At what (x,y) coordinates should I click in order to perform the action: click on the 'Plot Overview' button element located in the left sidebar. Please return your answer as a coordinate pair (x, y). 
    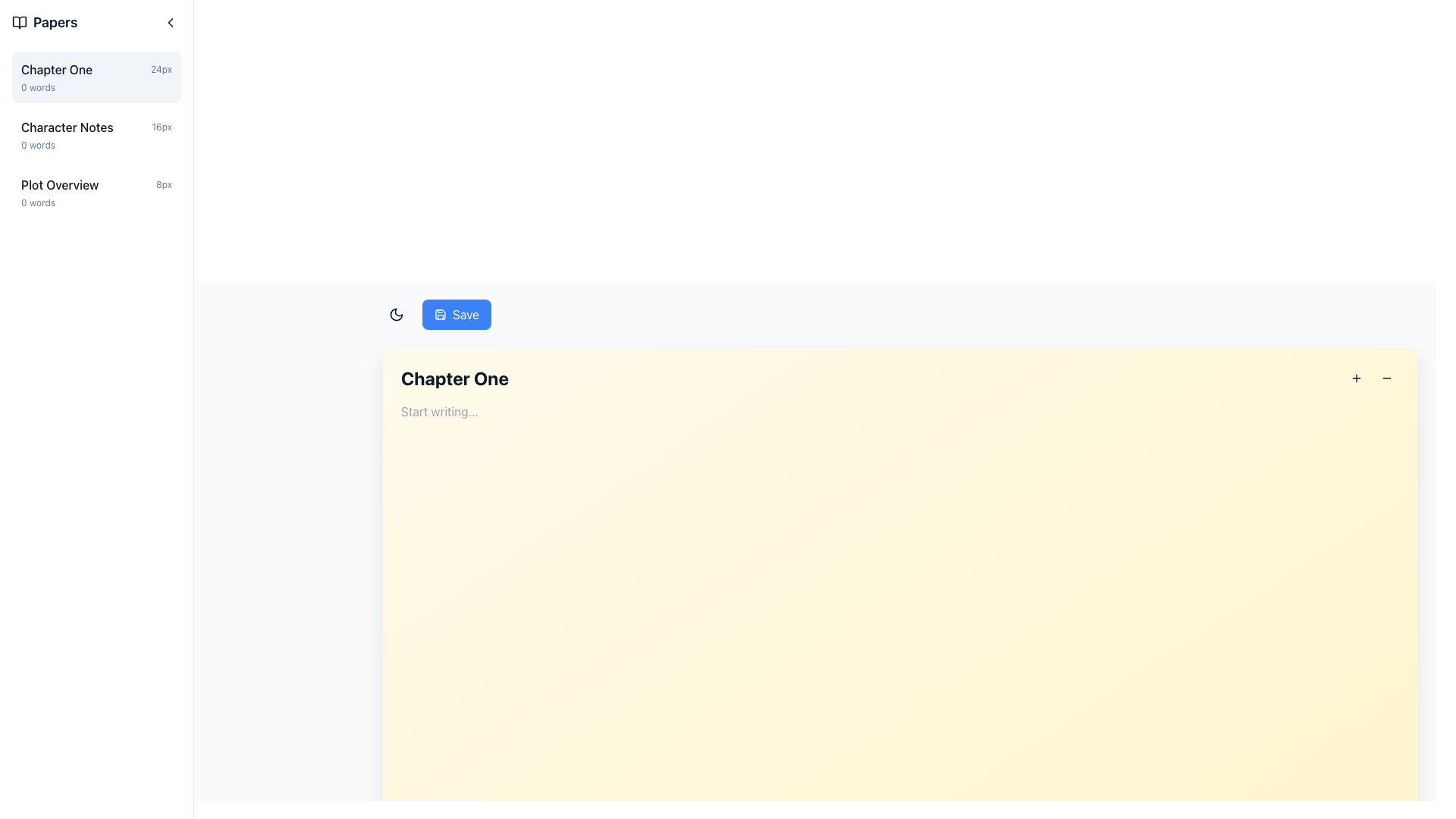
    Looking at the image, I should click on (96, 192).